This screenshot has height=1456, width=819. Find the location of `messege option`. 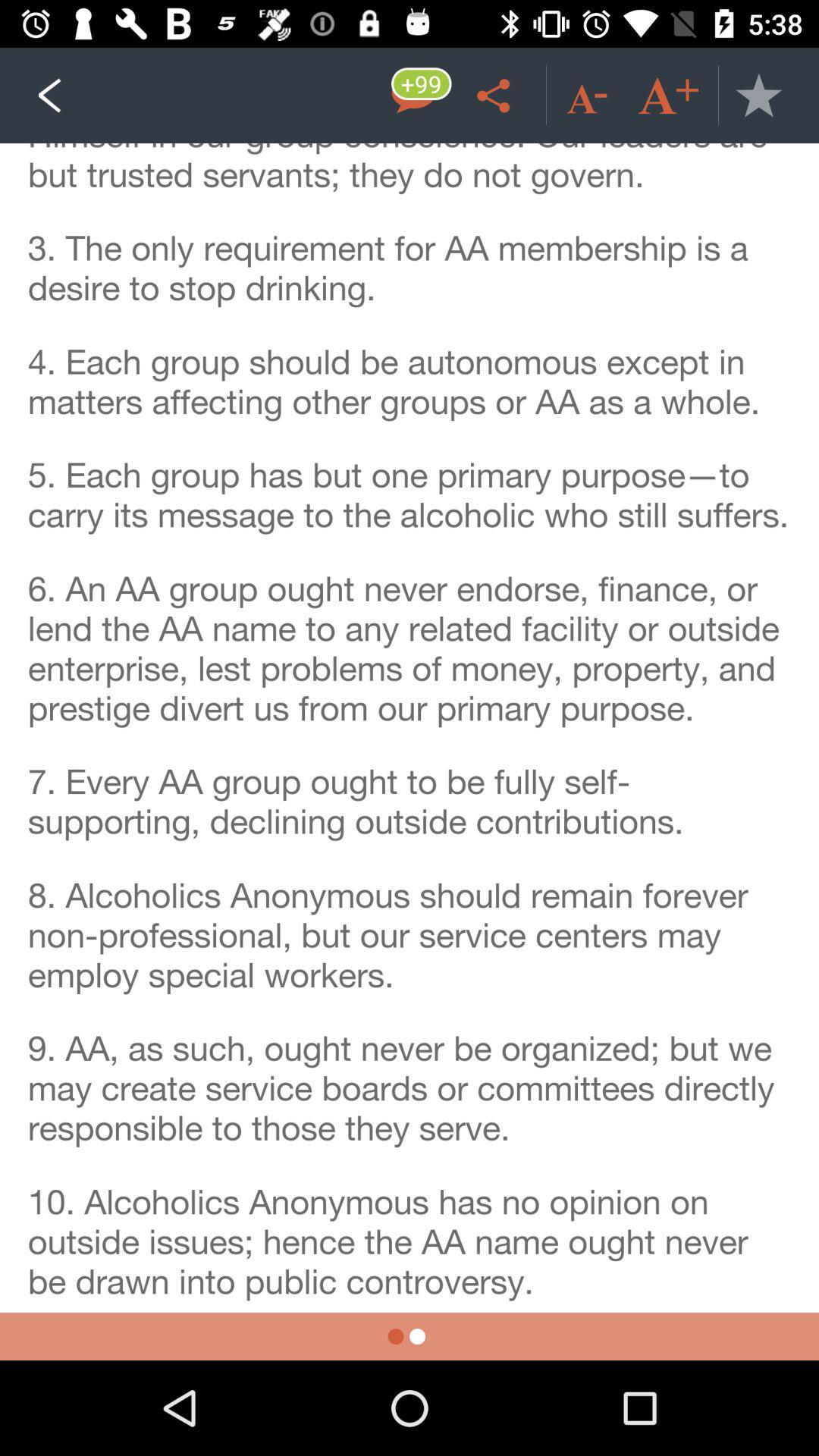

messege option is located at coordinates (414, 94).